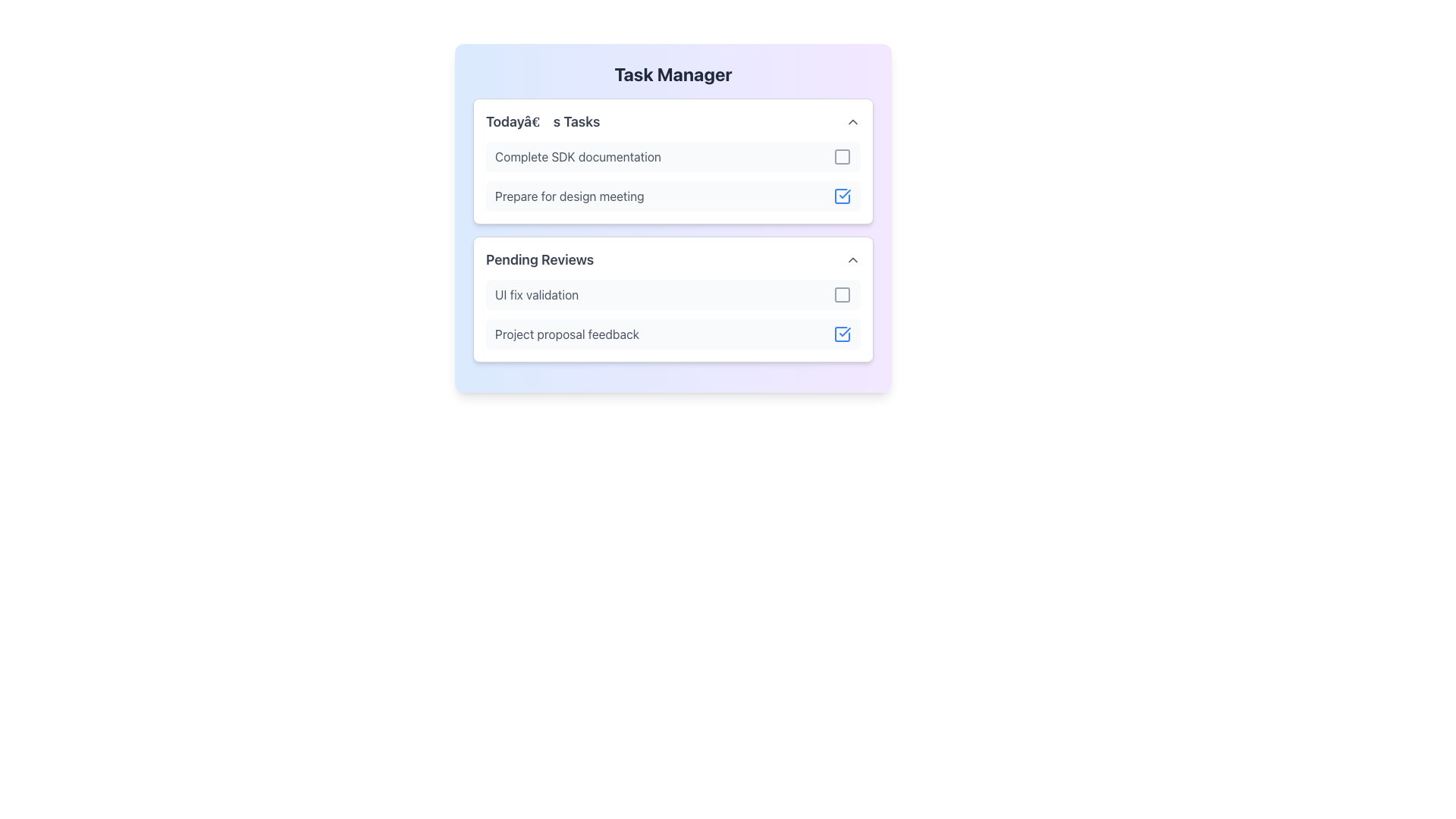 Image resolution: width=1456 pixels, height=819 pixels. I want to click on the checkbox with a blue outline and a tick mark inside, located to the far-right of the text 'Prepare for design meeting' in the 'Today's Tasks' section, so click(841, 195).